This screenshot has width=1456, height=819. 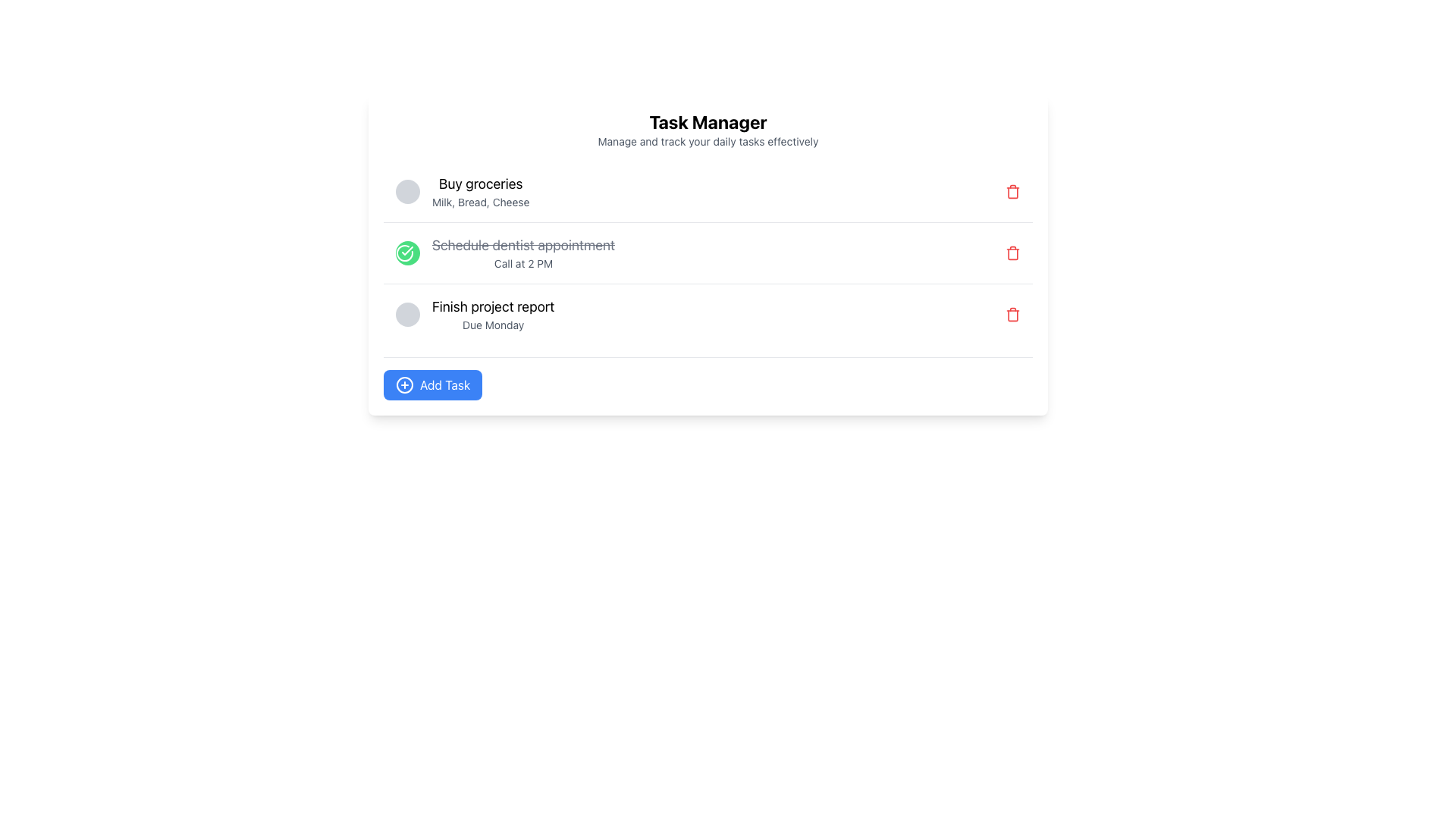 I want to click on text label displaying 'Milk, Bread, Cheese' located directly below the bold text 'Buy groceries' in the task list interface, so click(x=480, y=201).